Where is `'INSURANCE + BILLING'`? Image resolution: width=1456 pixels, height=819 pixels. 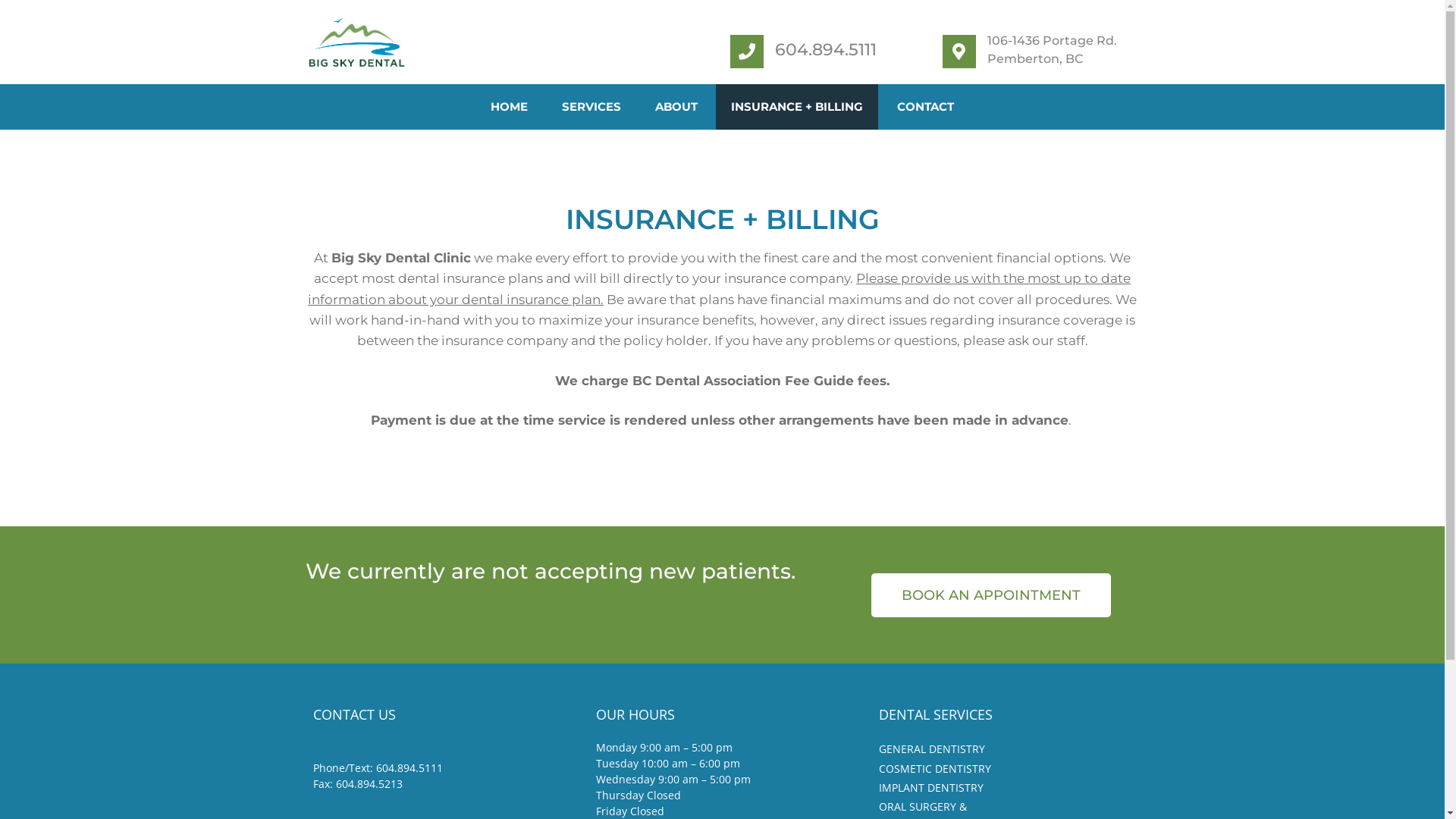
'INSURANCE + BILLING' is located at coordinates (796, 106).